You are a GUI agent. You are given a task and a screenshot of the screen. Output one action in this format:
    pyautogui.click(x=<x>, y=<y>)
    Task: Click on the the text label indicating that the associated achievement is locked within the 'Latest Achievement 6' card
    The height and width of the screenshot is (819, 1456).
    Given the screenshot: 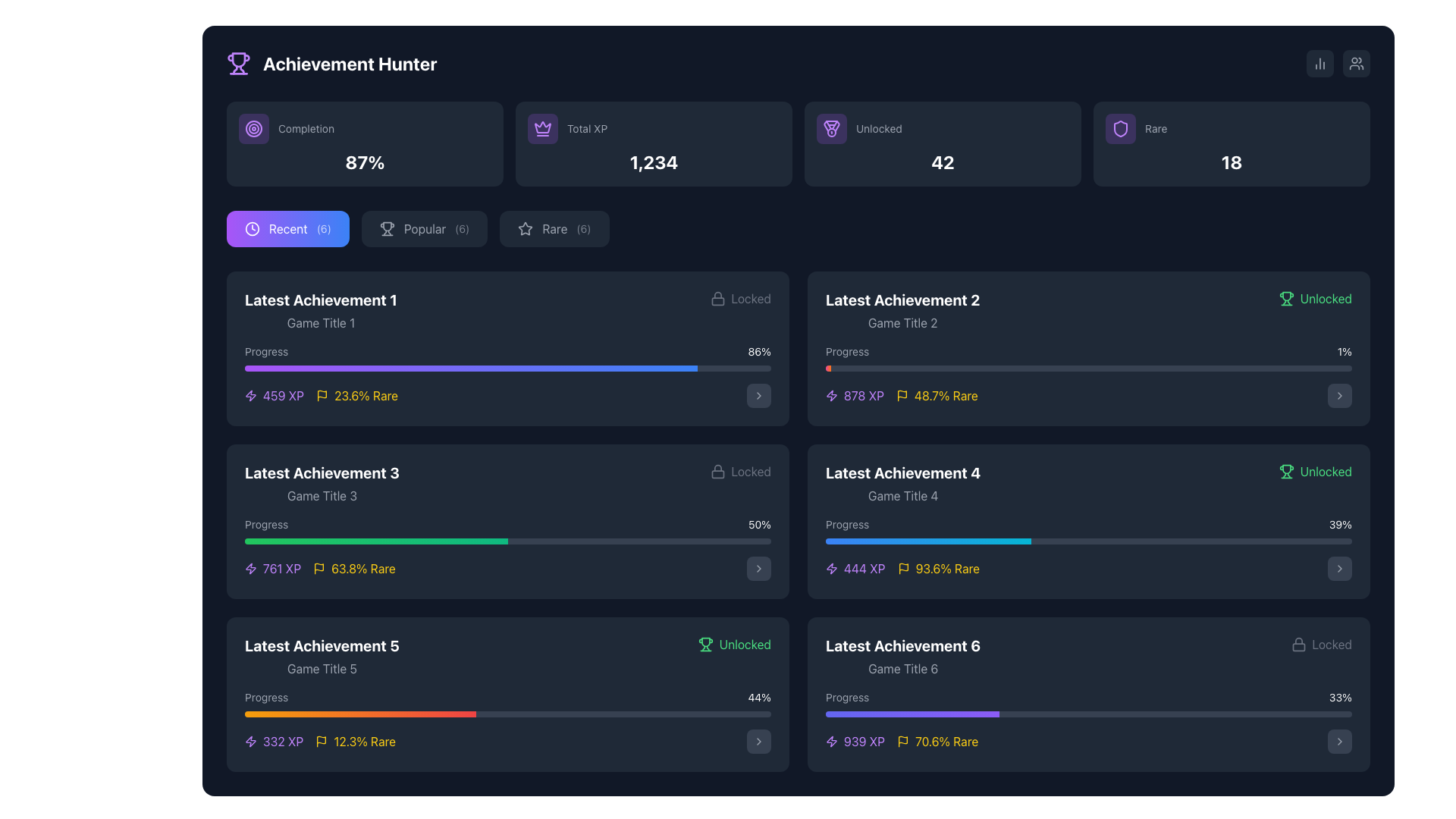 What is the action you would take?
    pyautogui.click(x=1331, y=644)
    